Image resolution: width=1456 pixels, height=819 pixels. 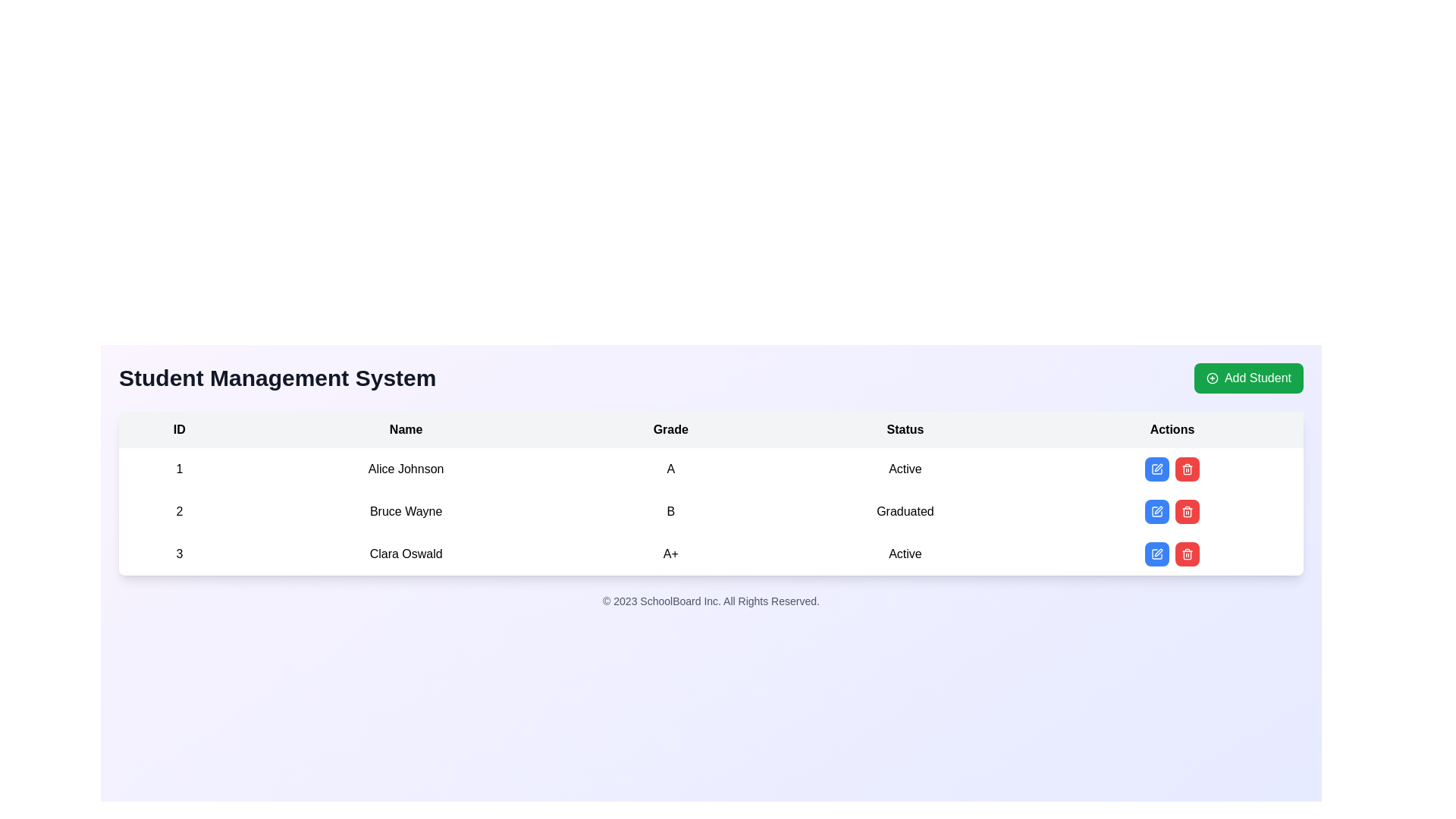 I want to click on the editing icon with a pen symbol in the 'Actions' column for Clara Oswald to possibly see a tooltip, so click(x=1156, y=554).